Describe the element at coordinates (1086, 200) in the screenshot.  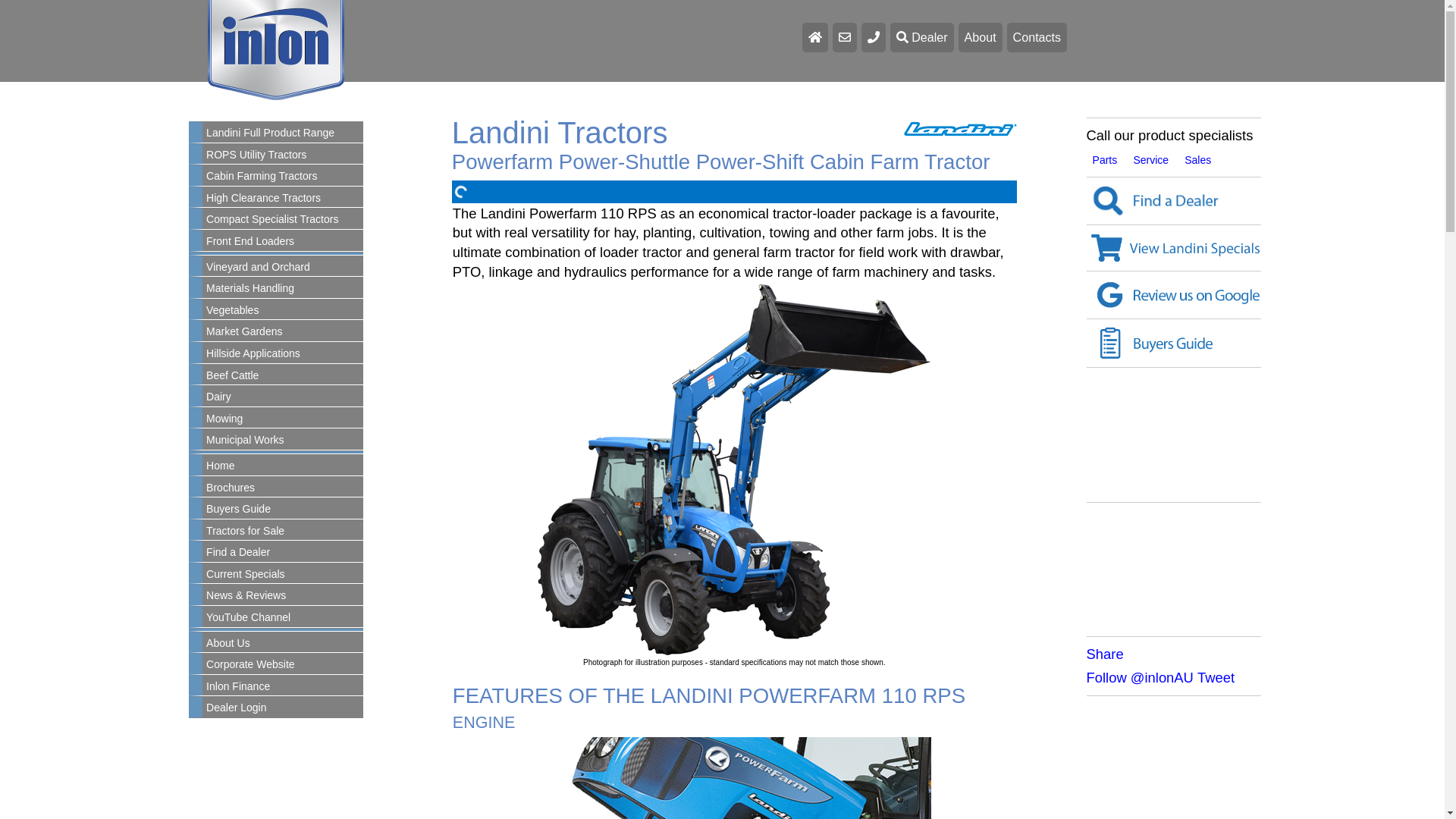
I see `'Find a Dealer'` at that location.